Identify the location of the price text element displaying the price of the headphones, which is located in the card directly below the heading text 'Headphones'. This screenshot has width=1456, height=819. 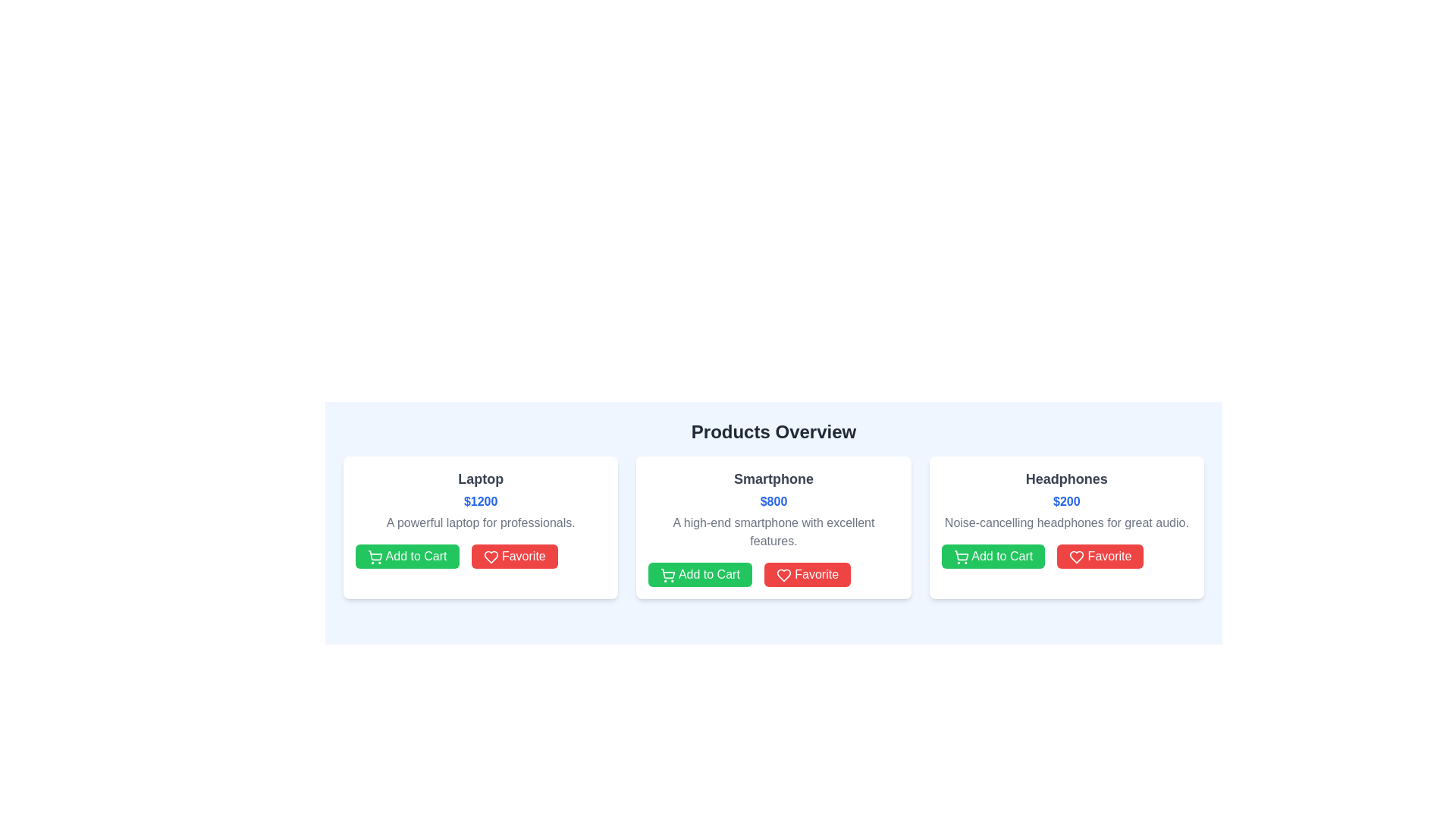
(1065, 502).